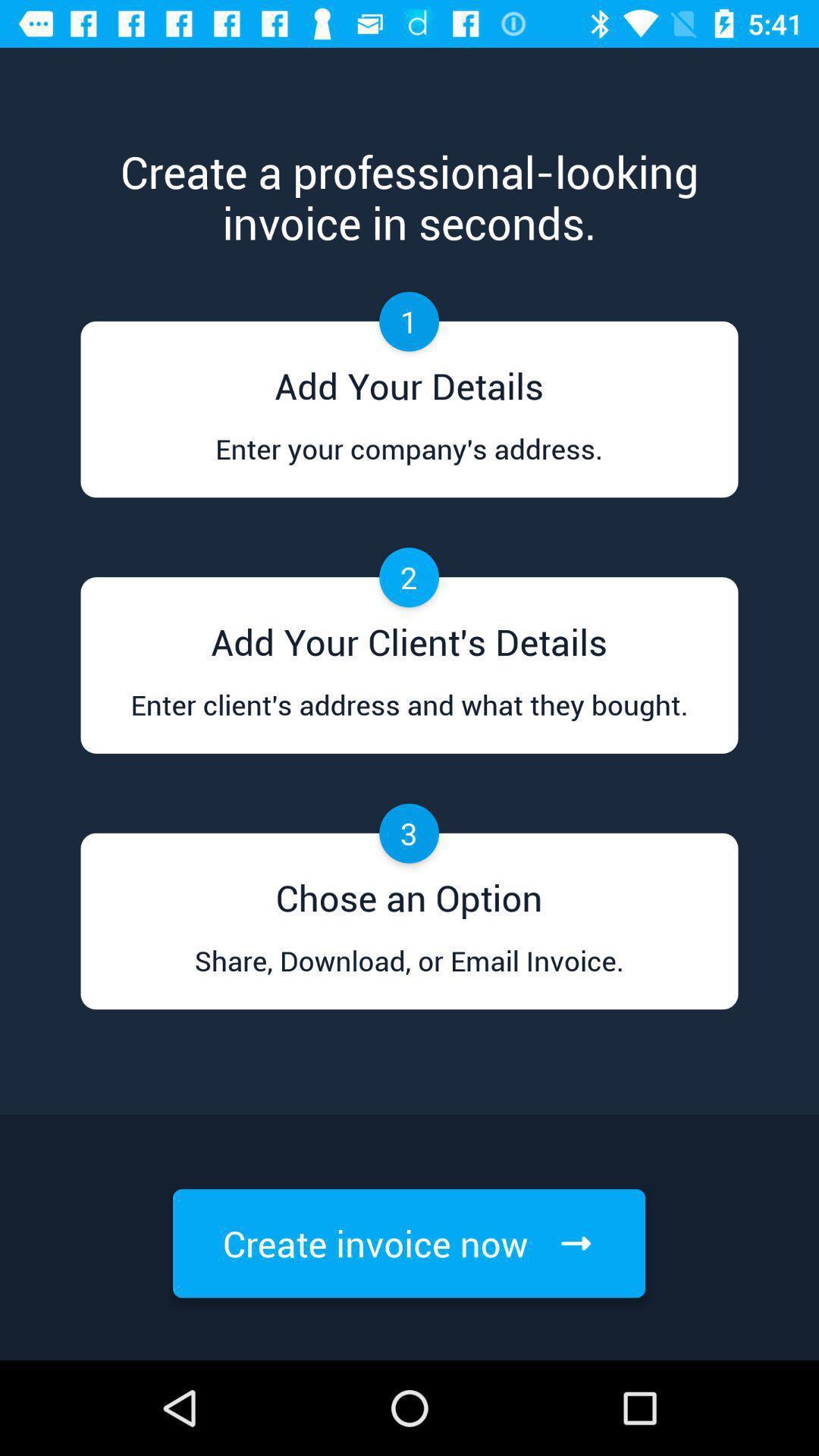 The width and height of the screenshot is (819, 1456). I want to click on the article titled enter clients  address and what they bought, so click(409, 719).